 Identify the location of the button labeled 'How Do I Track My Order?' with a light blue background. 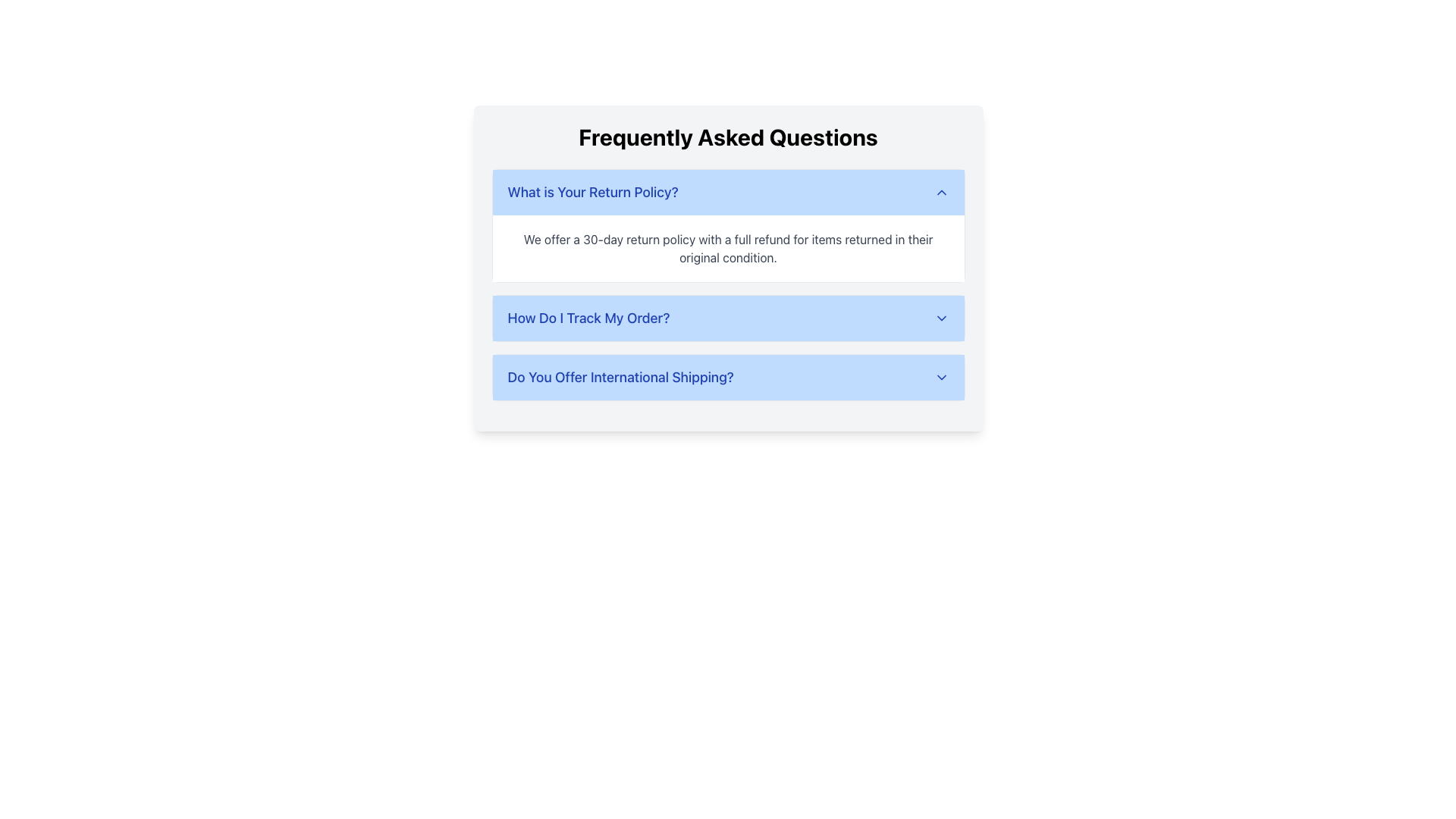
(728, 318).